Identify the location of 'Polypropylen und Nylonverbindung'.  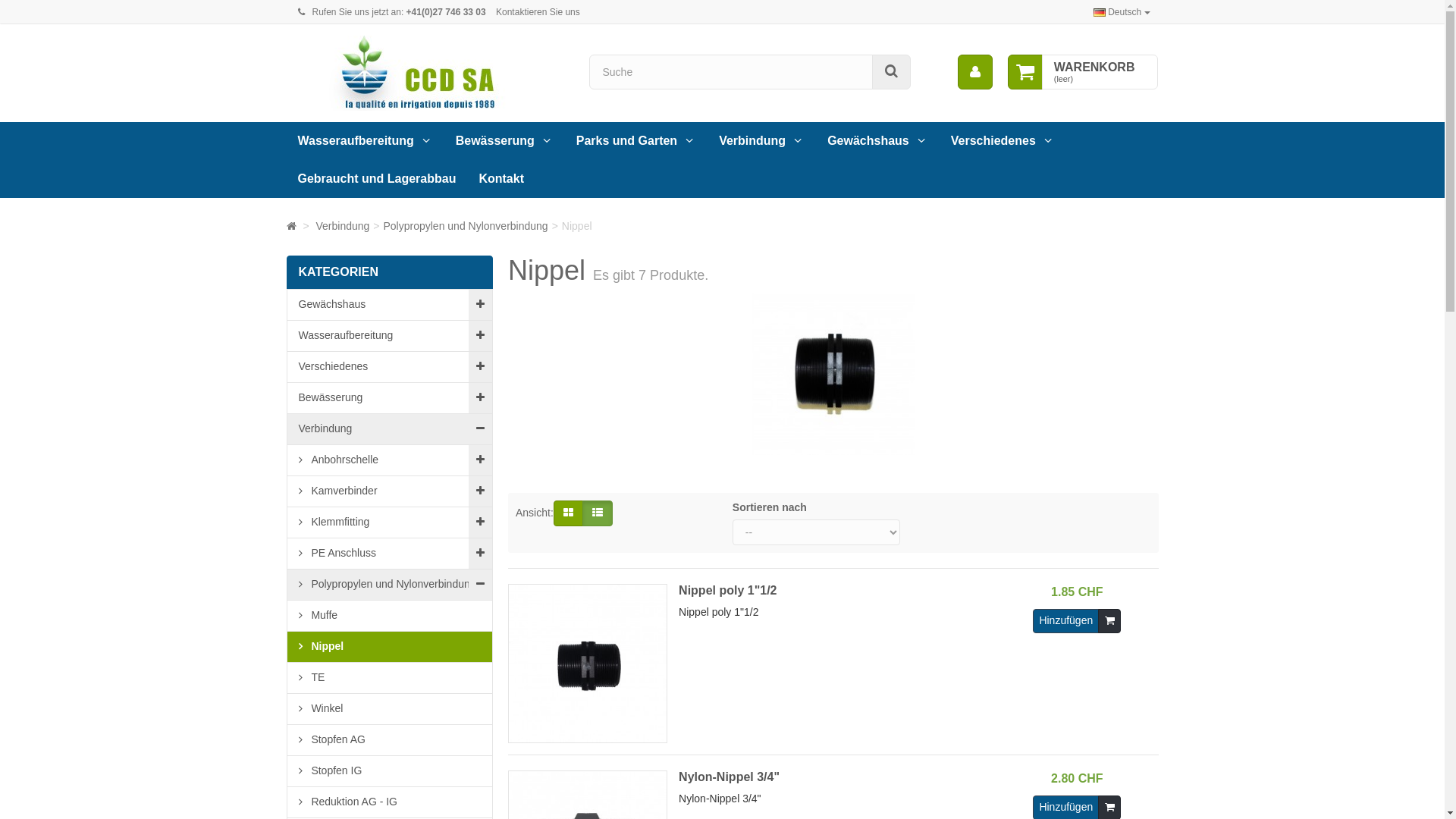
(465, 225).